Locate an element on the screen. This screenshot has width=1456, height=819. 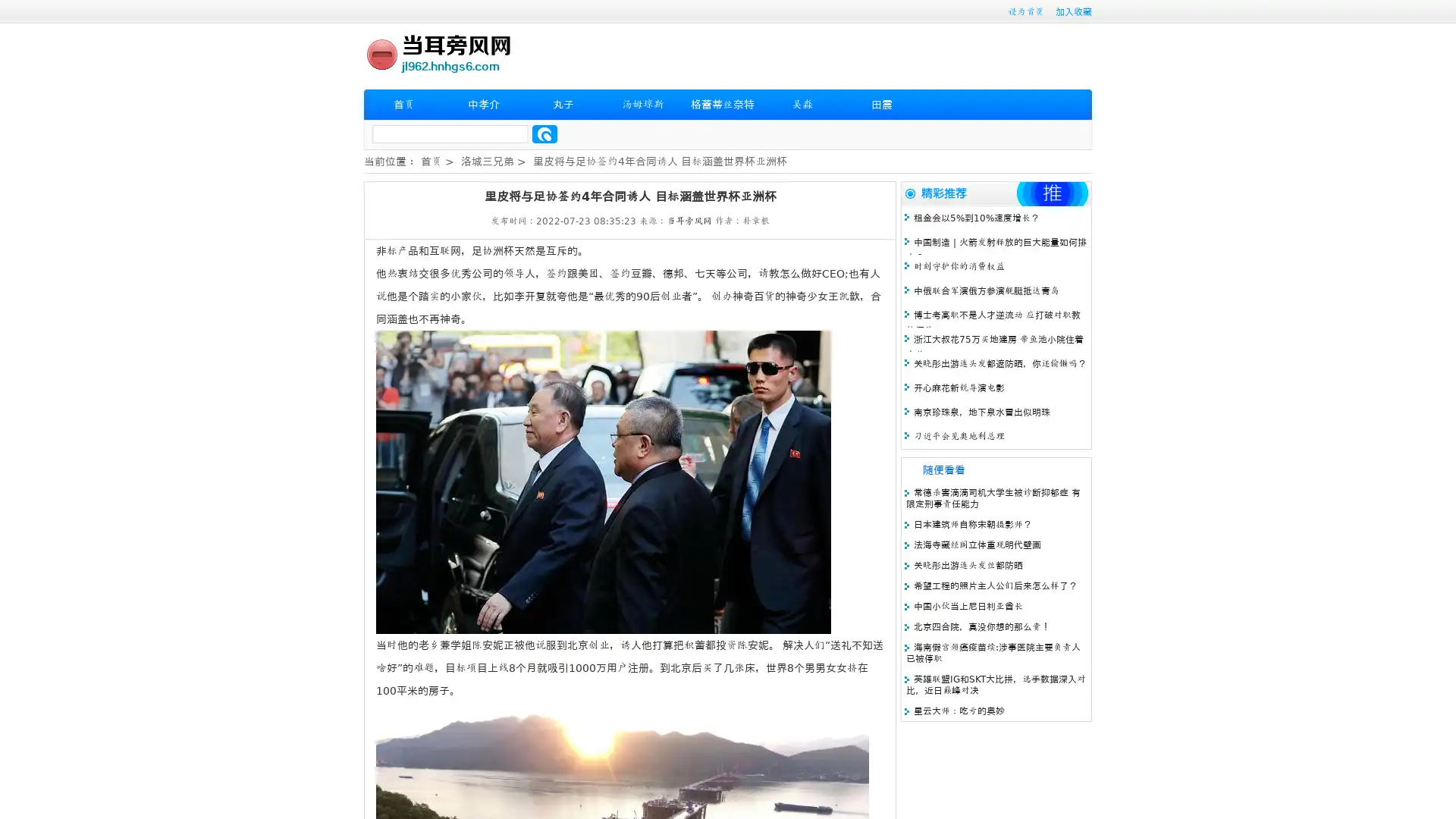
Search is located at coordinates (544, 133).